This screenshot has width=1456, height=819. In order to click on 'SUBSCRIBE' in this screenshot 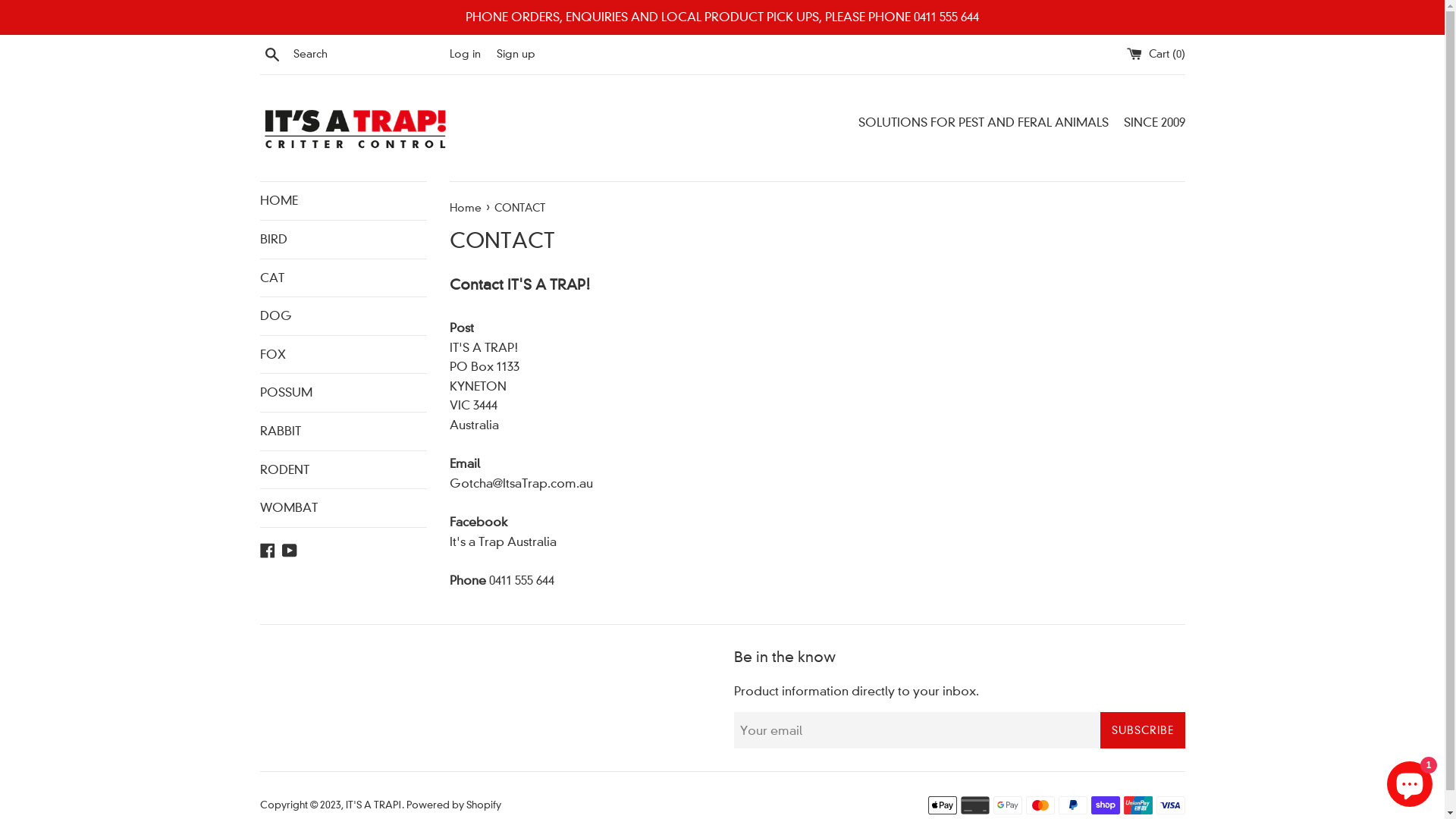, I will do `click(1142, 730)`.